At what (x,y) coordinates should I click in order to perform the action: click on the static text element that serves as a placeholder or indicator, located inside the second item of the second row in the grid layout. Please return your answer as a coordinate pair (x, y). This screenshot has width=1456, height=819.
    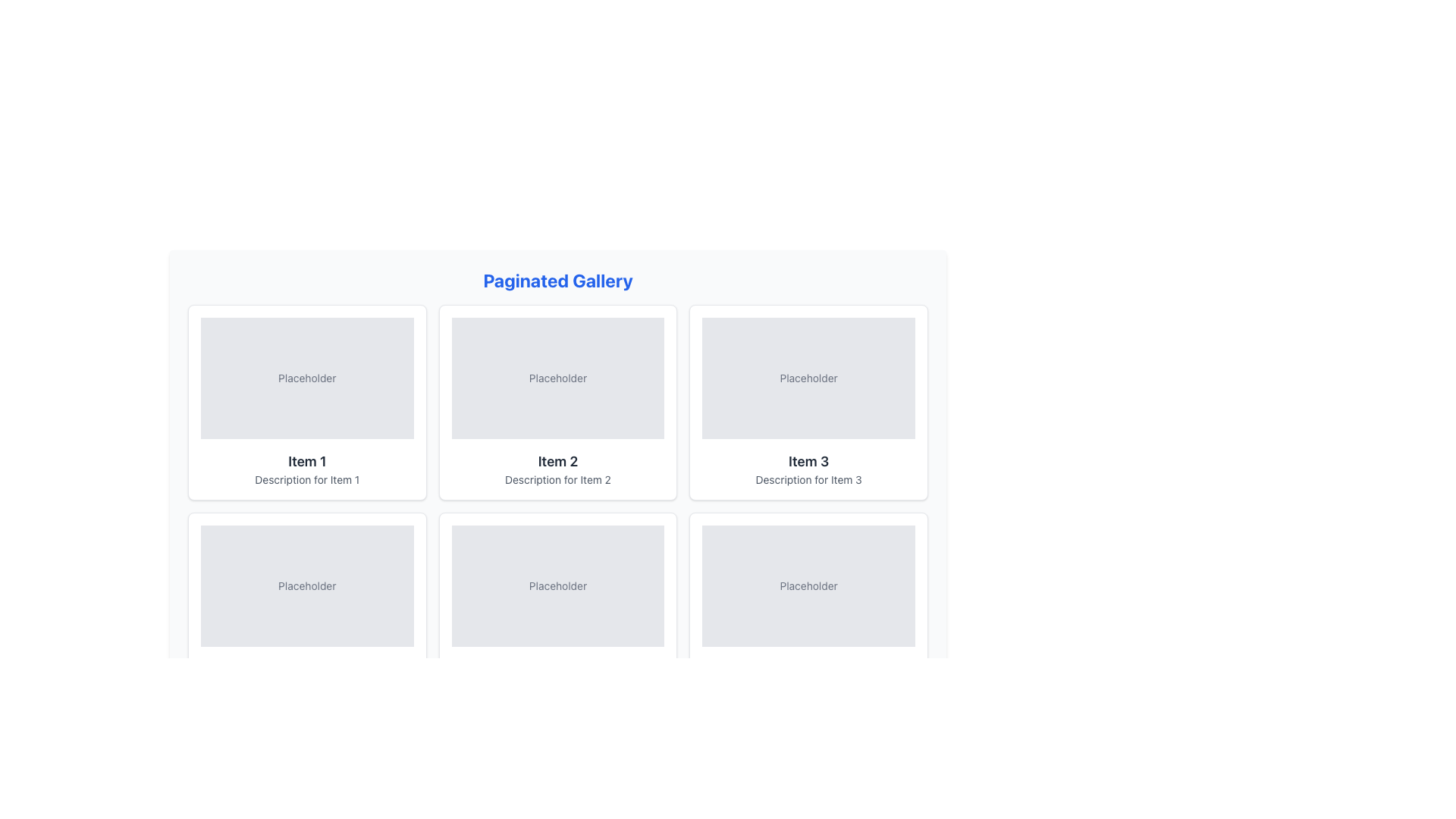
    Looking at the image, I should click on (557, 377).